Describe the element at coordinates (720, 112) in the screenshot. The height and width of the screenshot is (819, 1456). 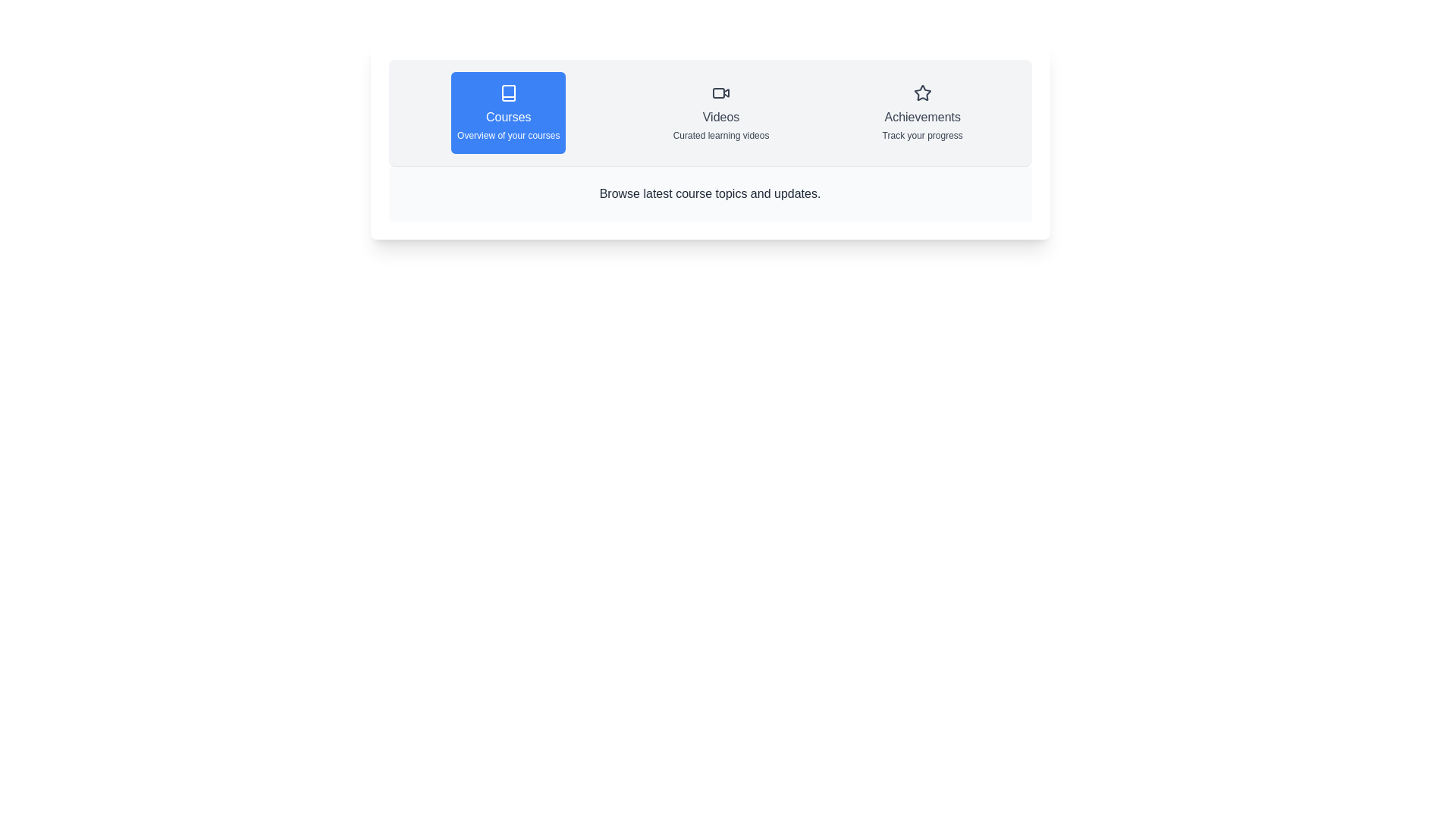
I see `the tab labeled Videos to view its content` at that location.